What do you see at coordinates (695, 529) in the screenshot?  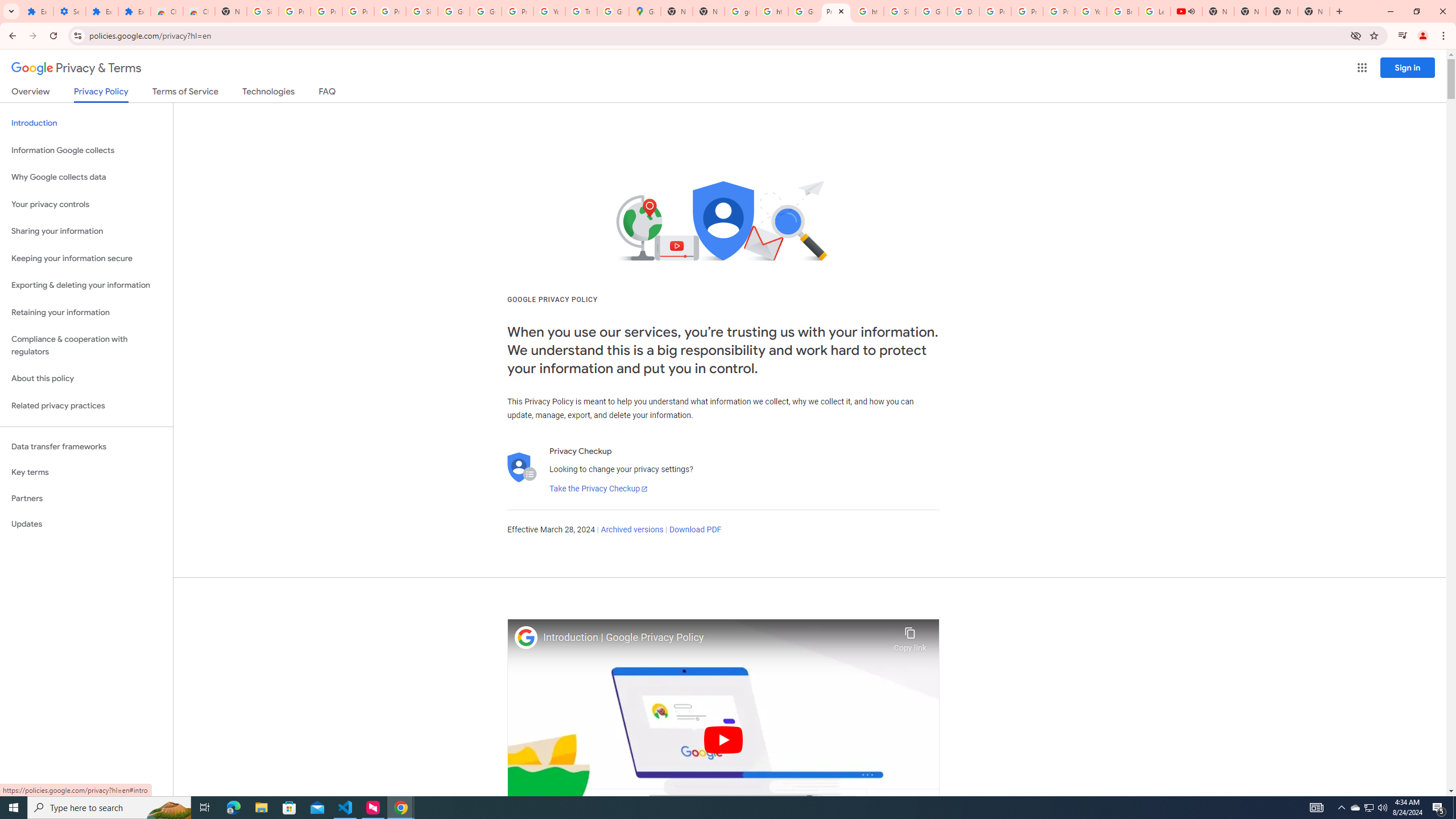 I see `'Download PDF'` at bounding box center [695, 529].